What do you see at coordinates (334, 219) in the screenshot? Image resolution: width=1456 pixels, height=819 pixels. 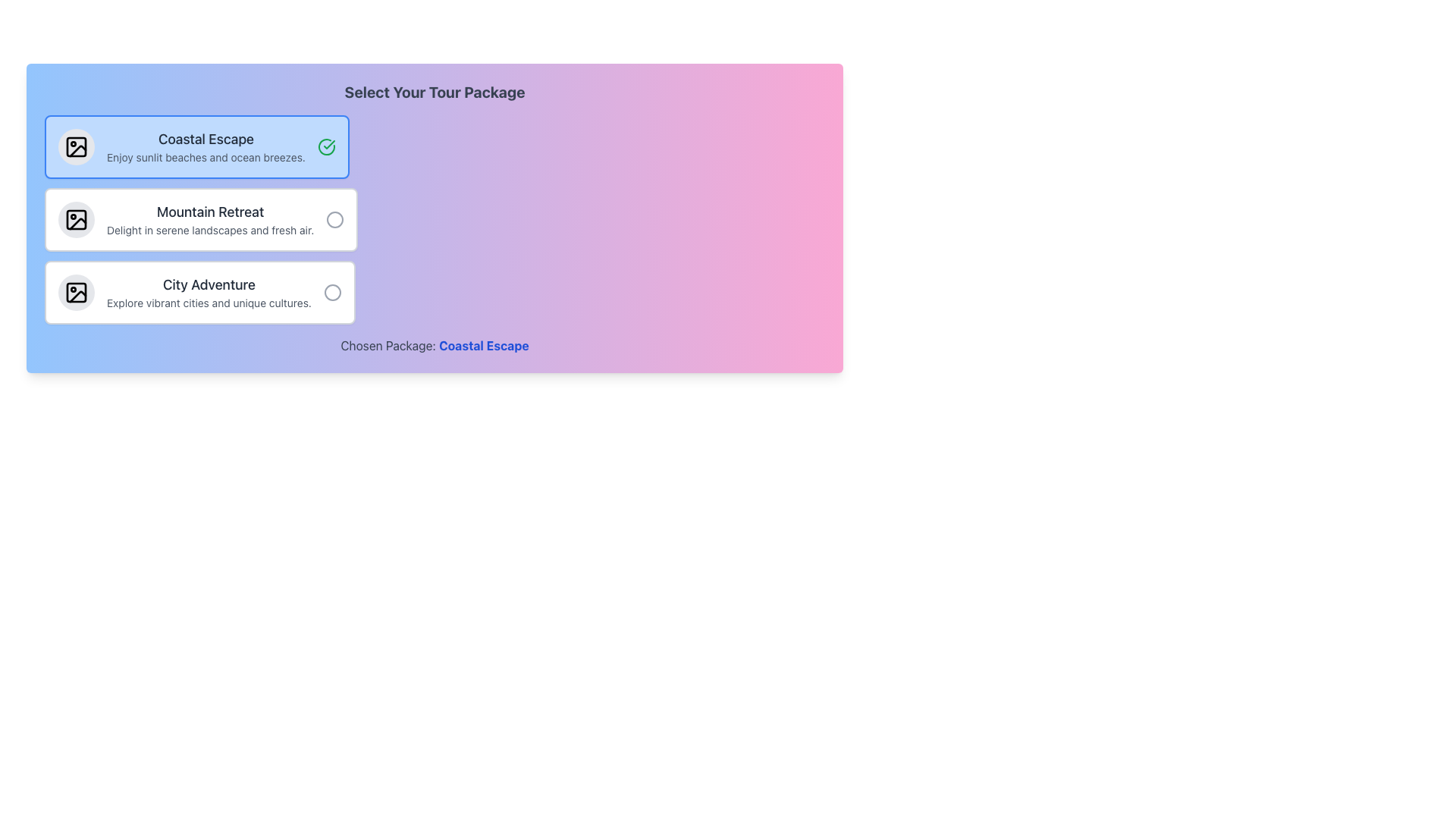 I see `the radio button styled with a gray border adjacent to the 'Mountain Retreat' option in the list` at bounding box center [334, 219].